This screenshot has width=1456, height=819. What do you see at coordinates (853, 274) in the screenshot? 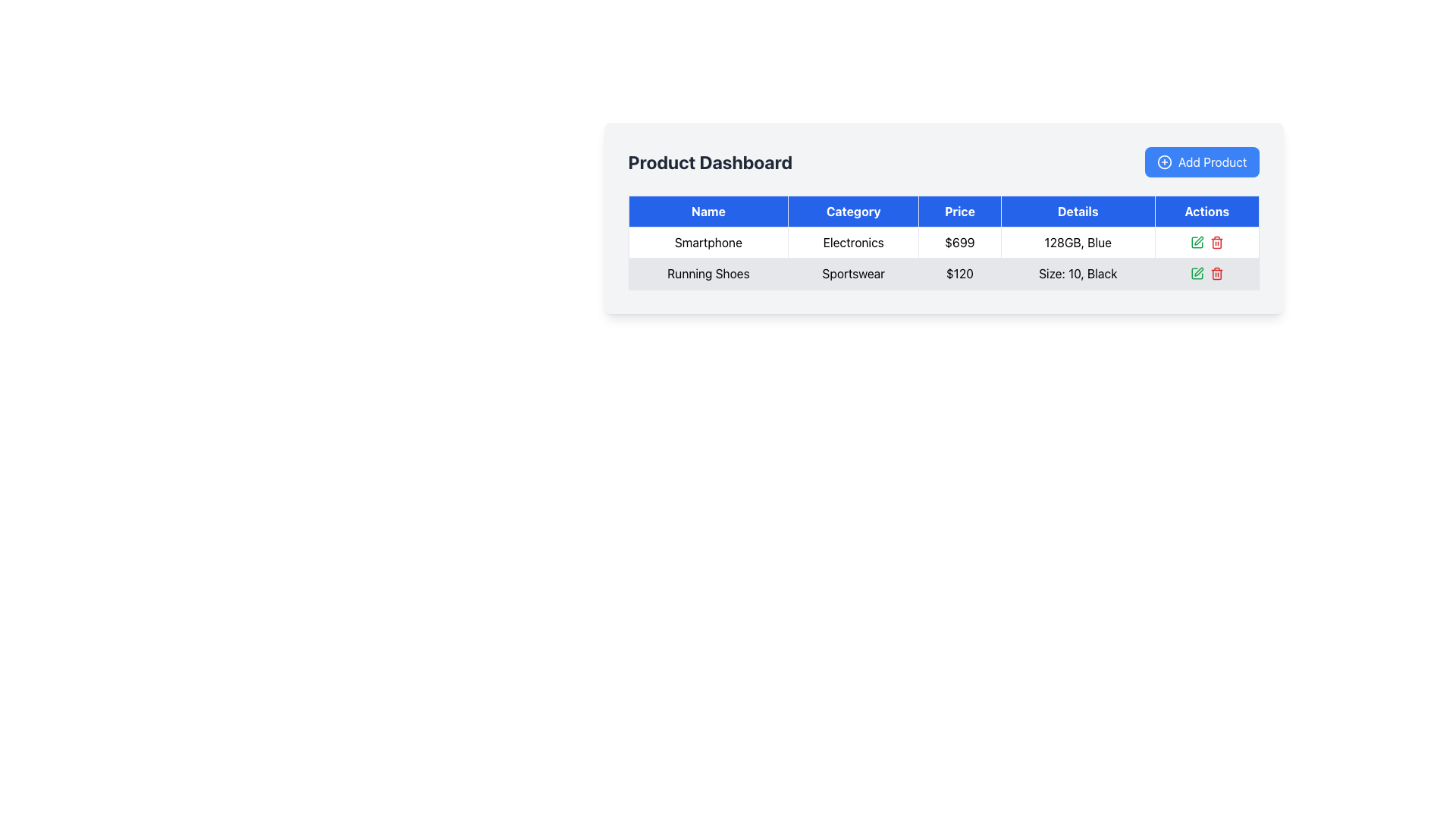
I see `the static text element displaying 'Sportswear', located in the 'Category' column of the table, specifically in the row for 'Running Shoes'` at bounding box center [853, 274].